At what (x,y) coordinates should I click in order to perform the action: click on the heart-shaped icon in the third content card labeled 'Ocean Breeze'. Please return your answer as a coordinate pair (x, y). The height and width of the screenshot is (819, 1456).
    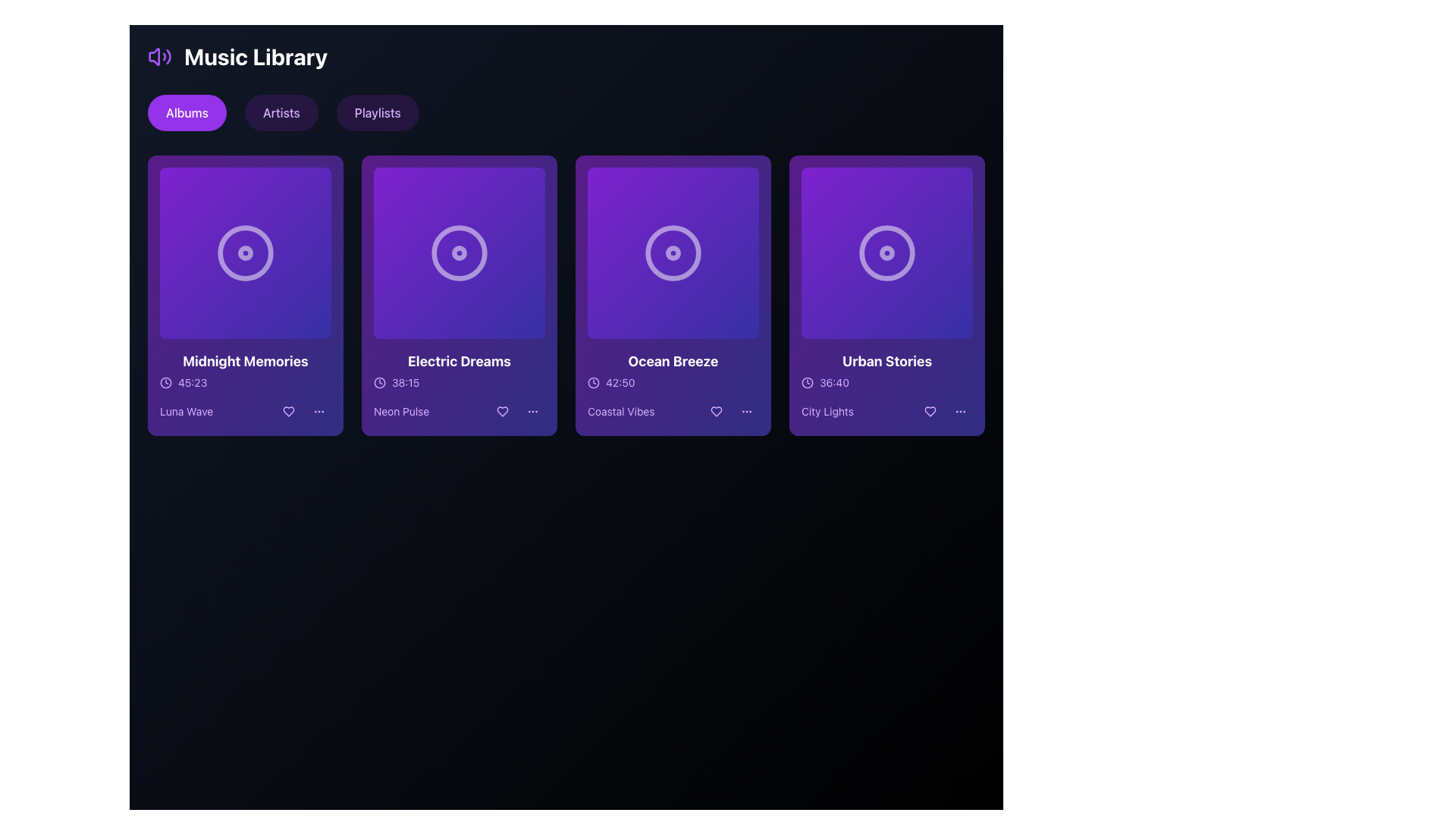
    Looking at the image, I should click on (716, 412).